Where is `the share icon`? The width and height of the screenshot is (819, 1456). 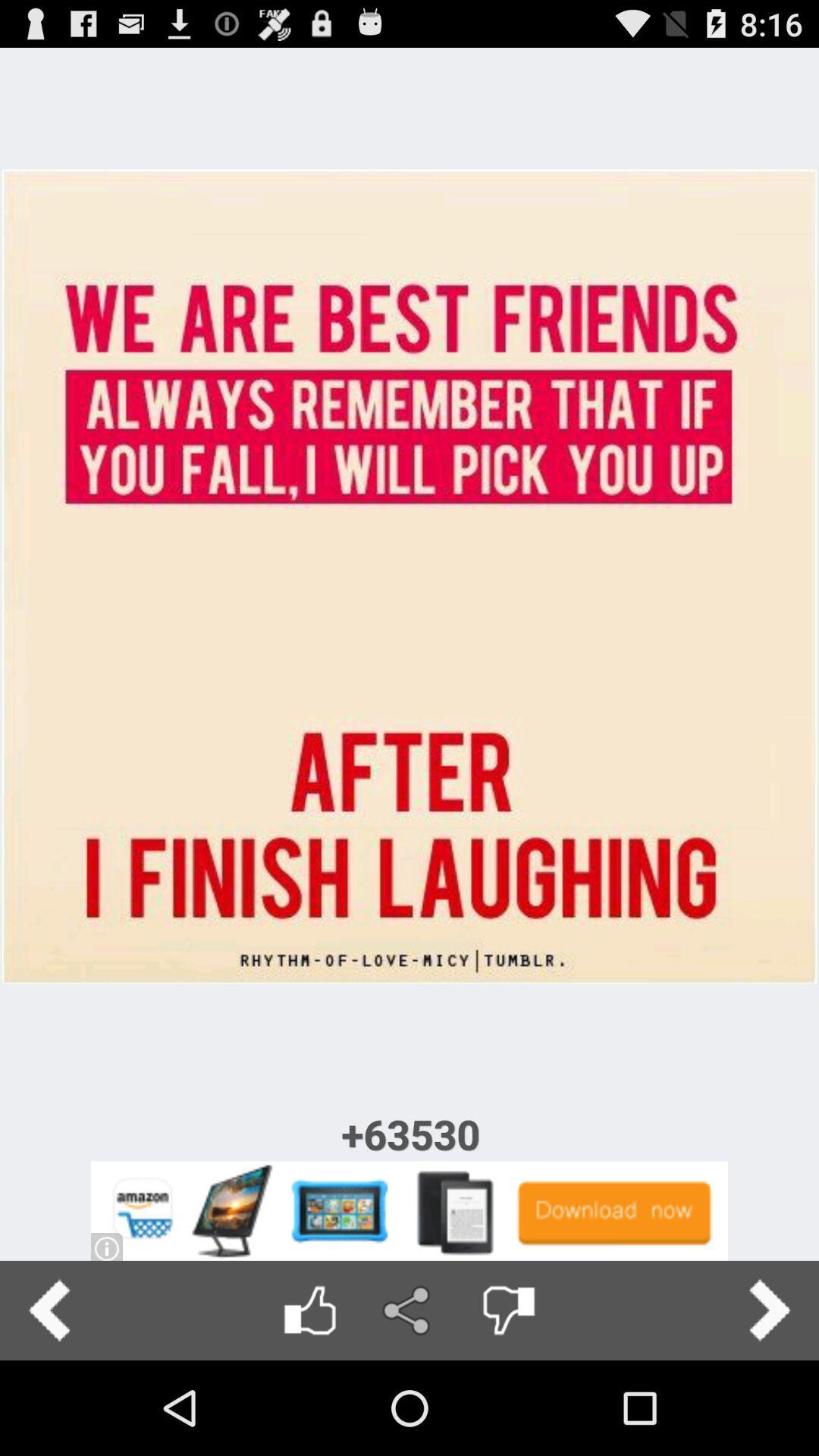 the share icon is located at coordinates (408, 1401).